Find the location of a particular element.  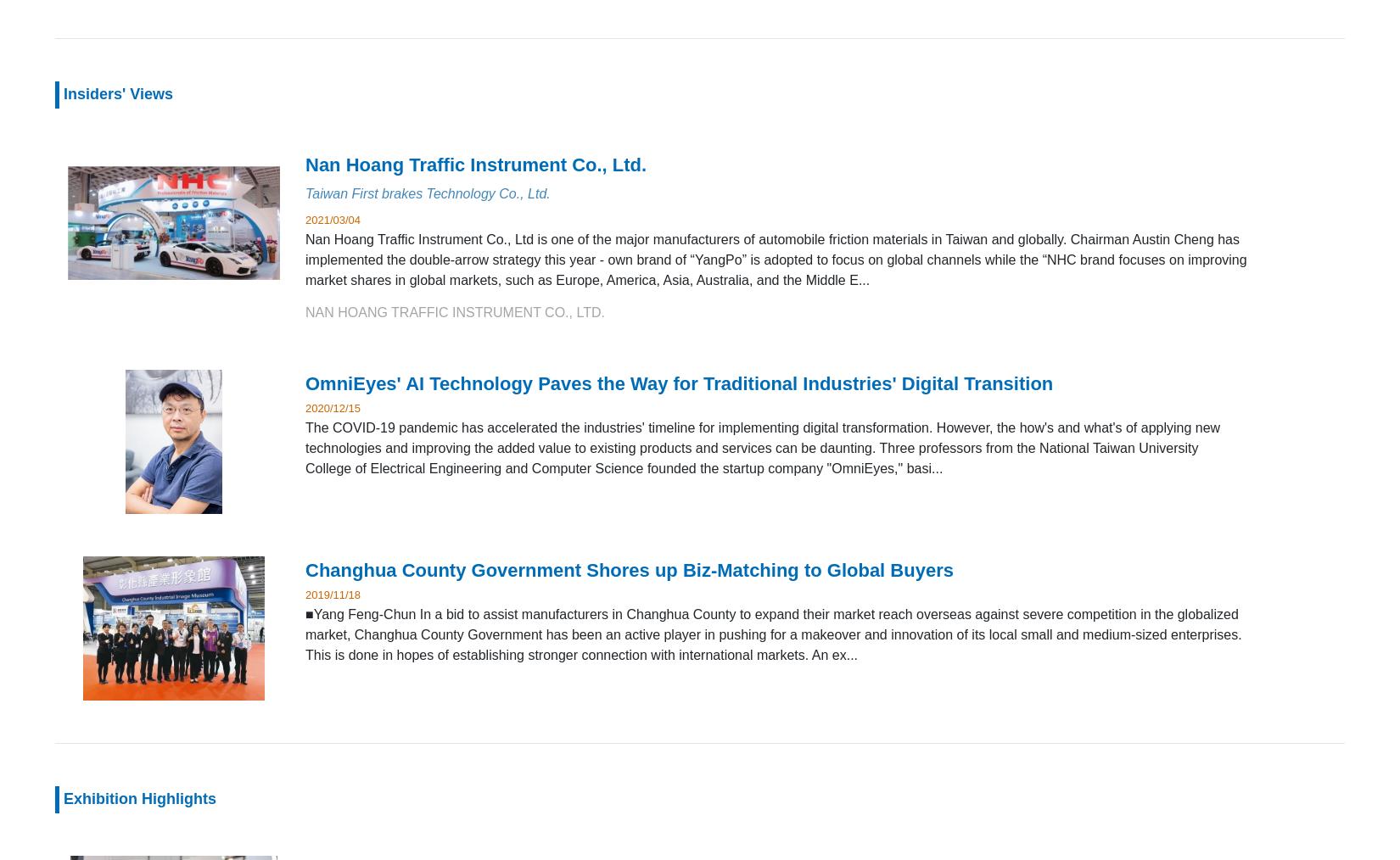

'■Yang Feng-Chun

In a bid to assist manufacturers in Changhua County to expand their market reach overseas against severe competition in the globalized market, Changhua County Government has been an active player in pushing for a makeover and innovation of its local small and medium-sized enterprises. This is done in hopes of establishing stronger connection with international markets.

An ex...' is located at coordinates (305, 633).